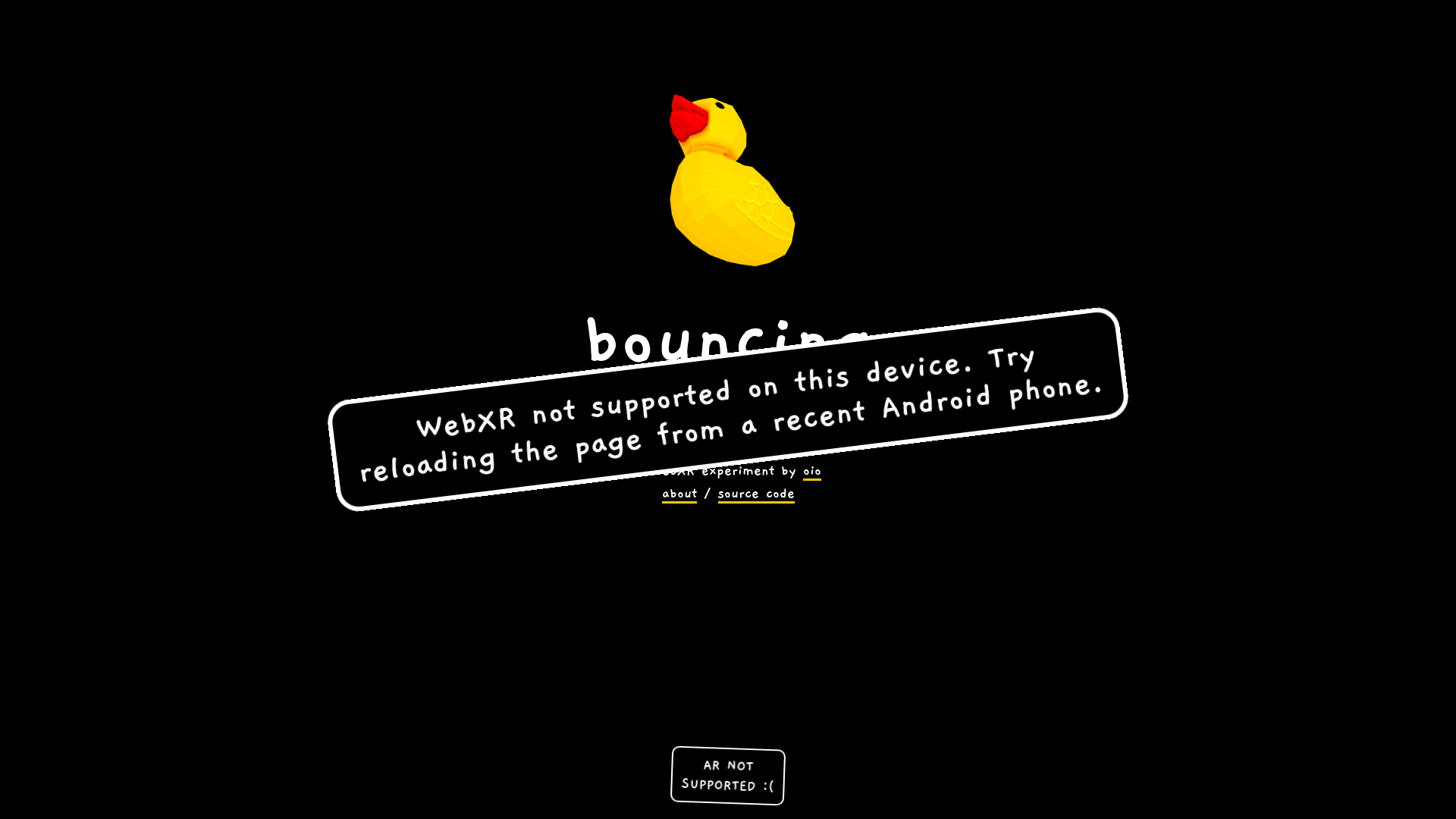  What do you see at coordinates (677, 494) in the screenshot?
I see `'about'` at bounding box center [677, 494].